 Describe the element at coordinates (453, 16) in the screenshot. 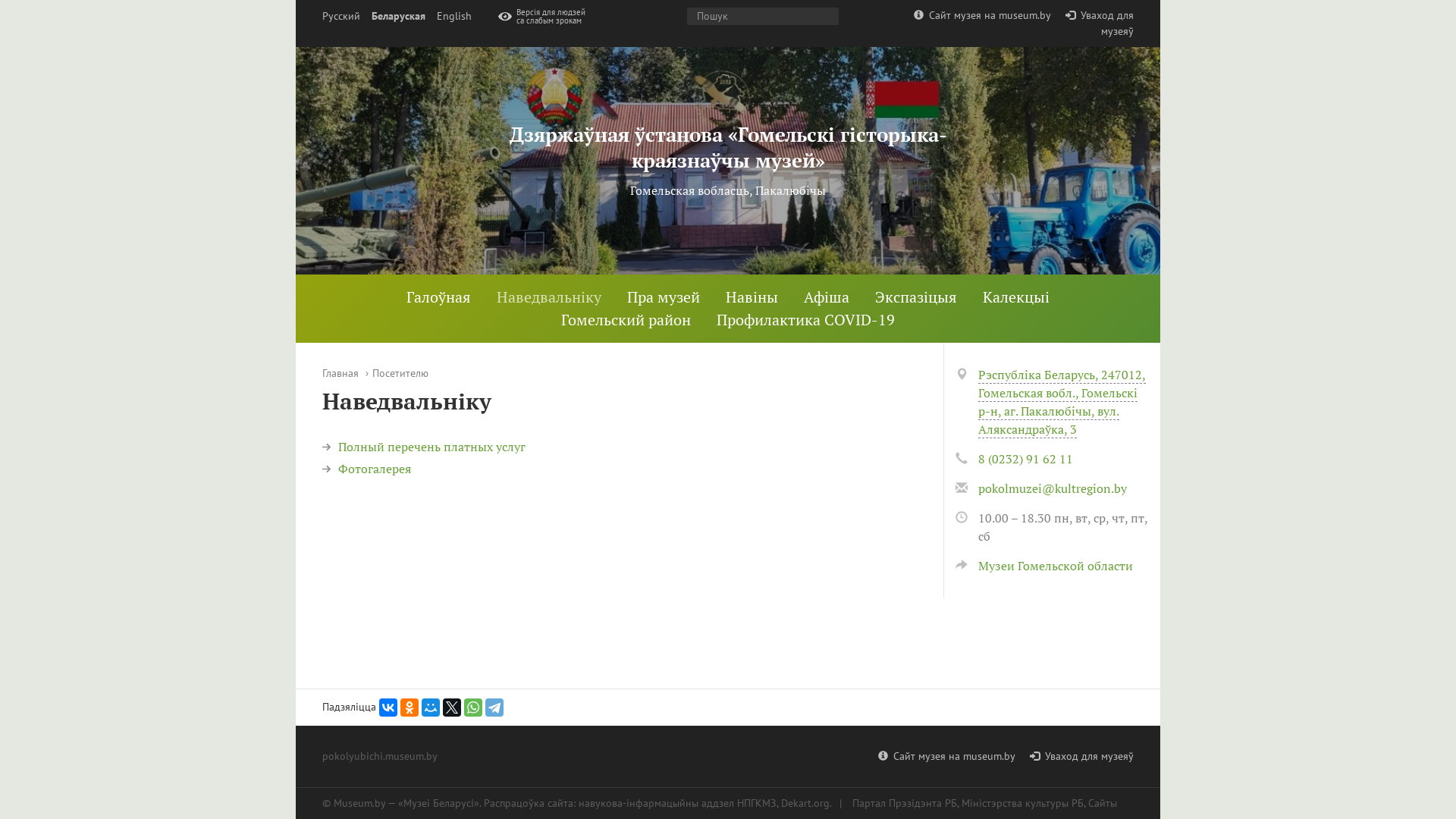

I see `'English'` at that location.